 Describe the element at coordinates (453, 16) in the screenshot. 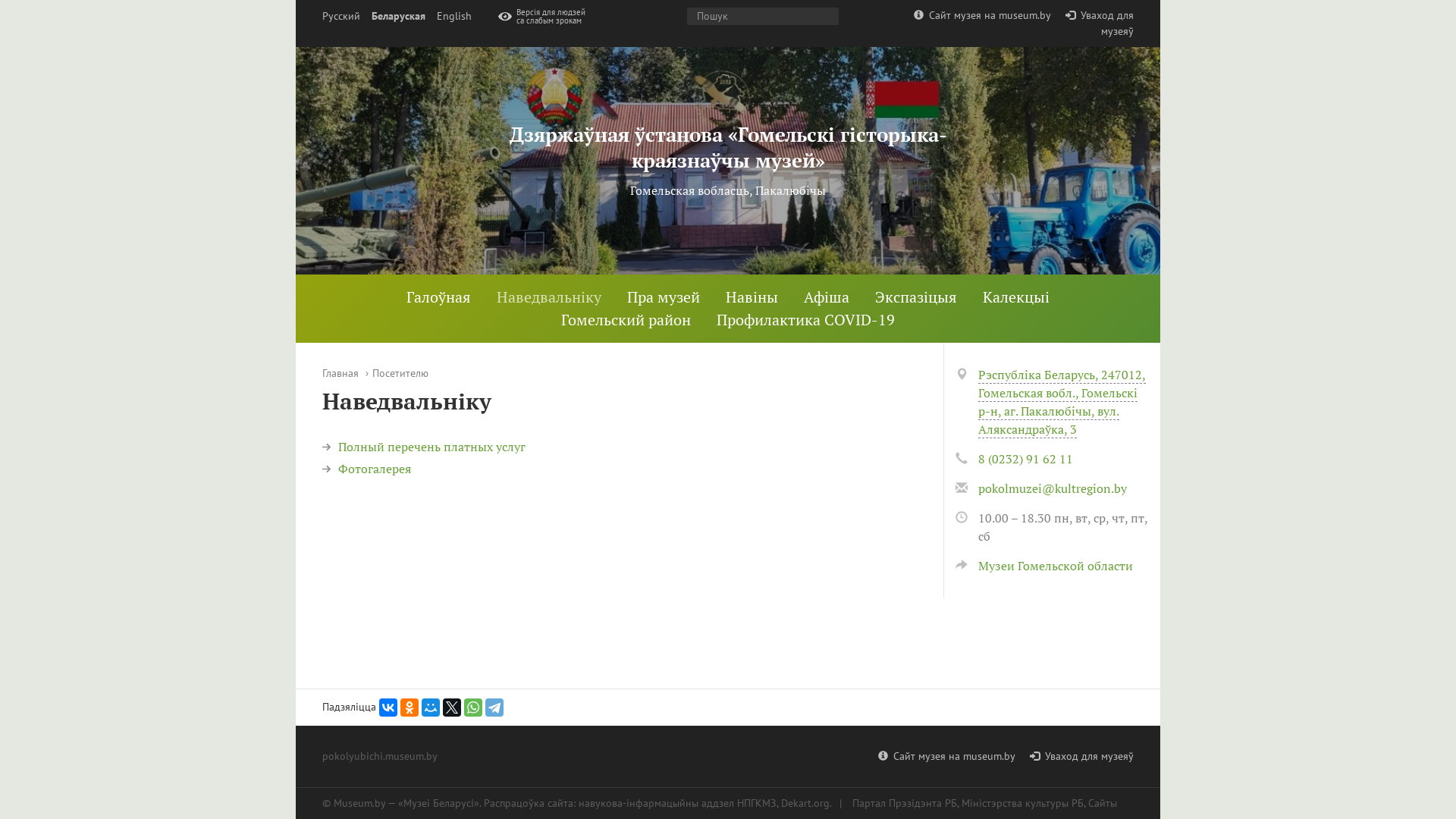

I see `'English'` at that location.